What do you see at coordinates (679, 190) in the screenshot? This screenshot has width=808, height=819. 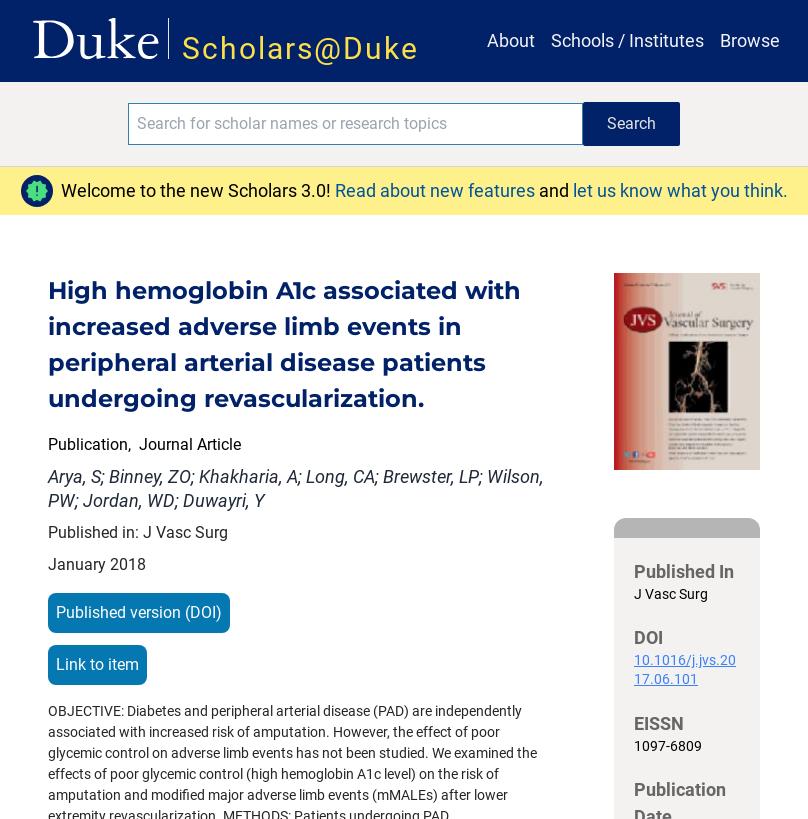 I see `'let us know what you think.'` at bounding box center [679, 190].